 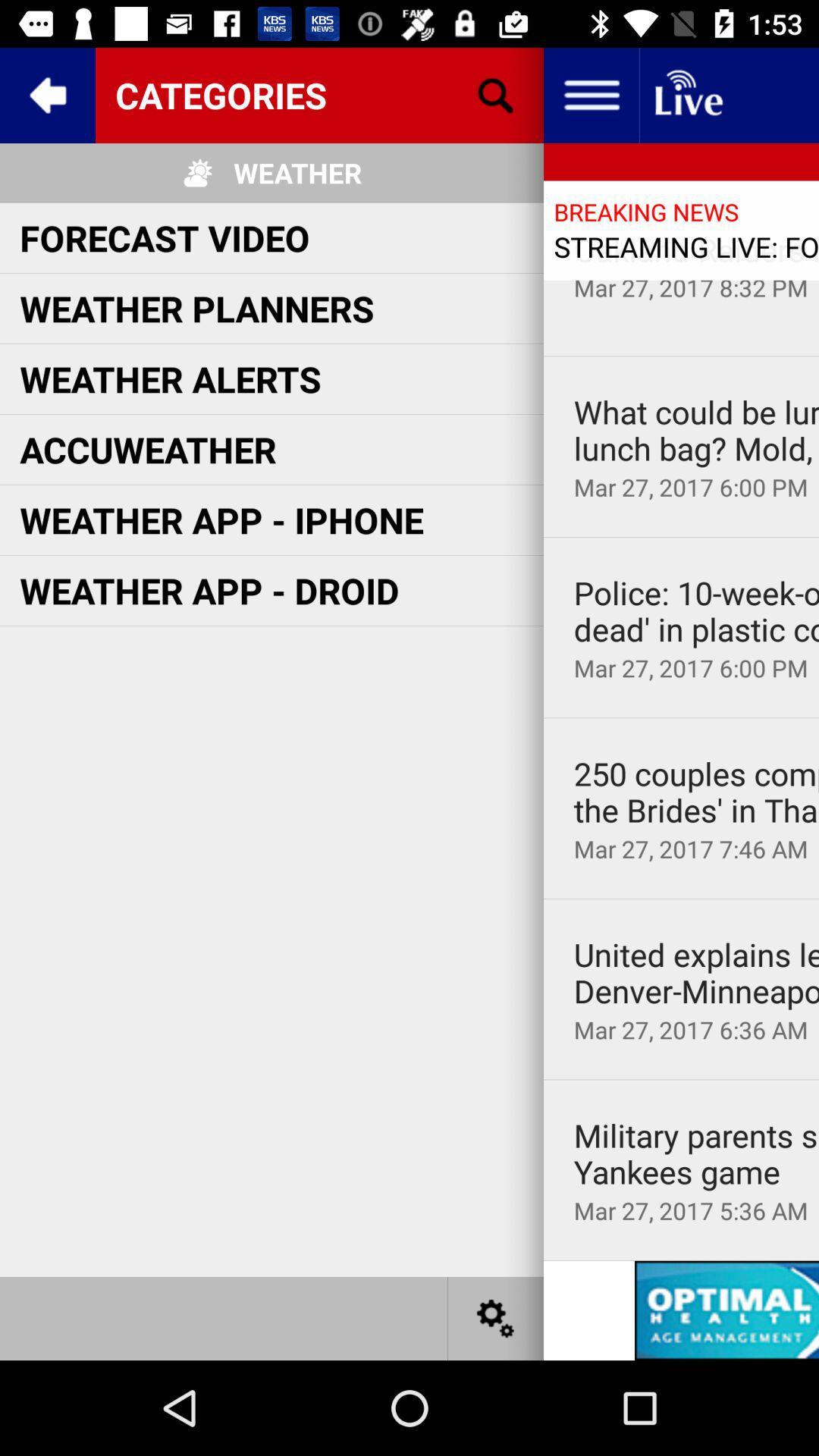 I want to click on the app above the mar 27 2017 app, so click(x=696, y=429).